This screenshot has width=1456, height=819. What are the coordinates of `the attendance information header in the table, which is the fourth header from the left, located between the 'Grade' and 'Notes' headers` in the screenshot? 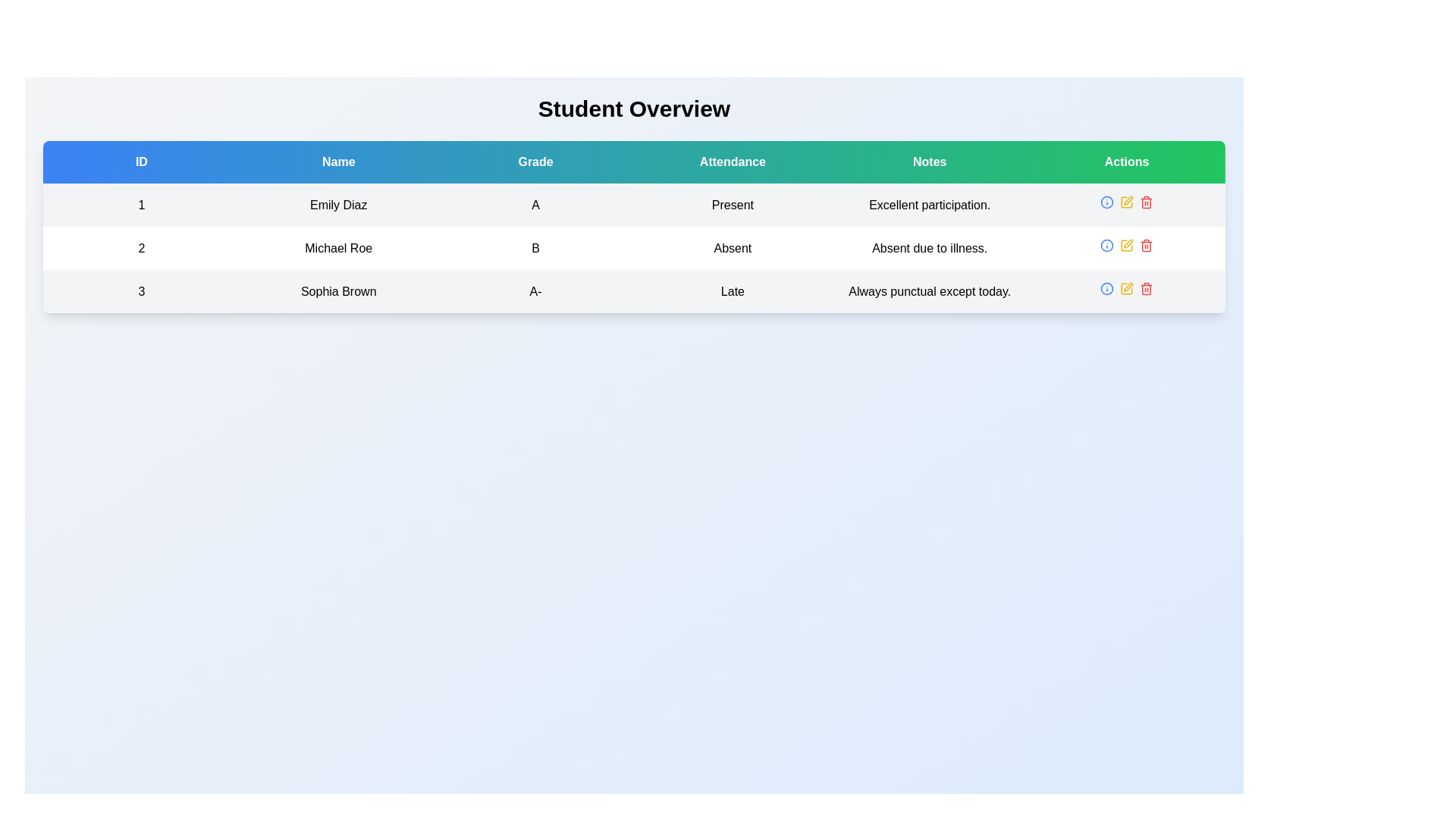 It's located at (733, 162).